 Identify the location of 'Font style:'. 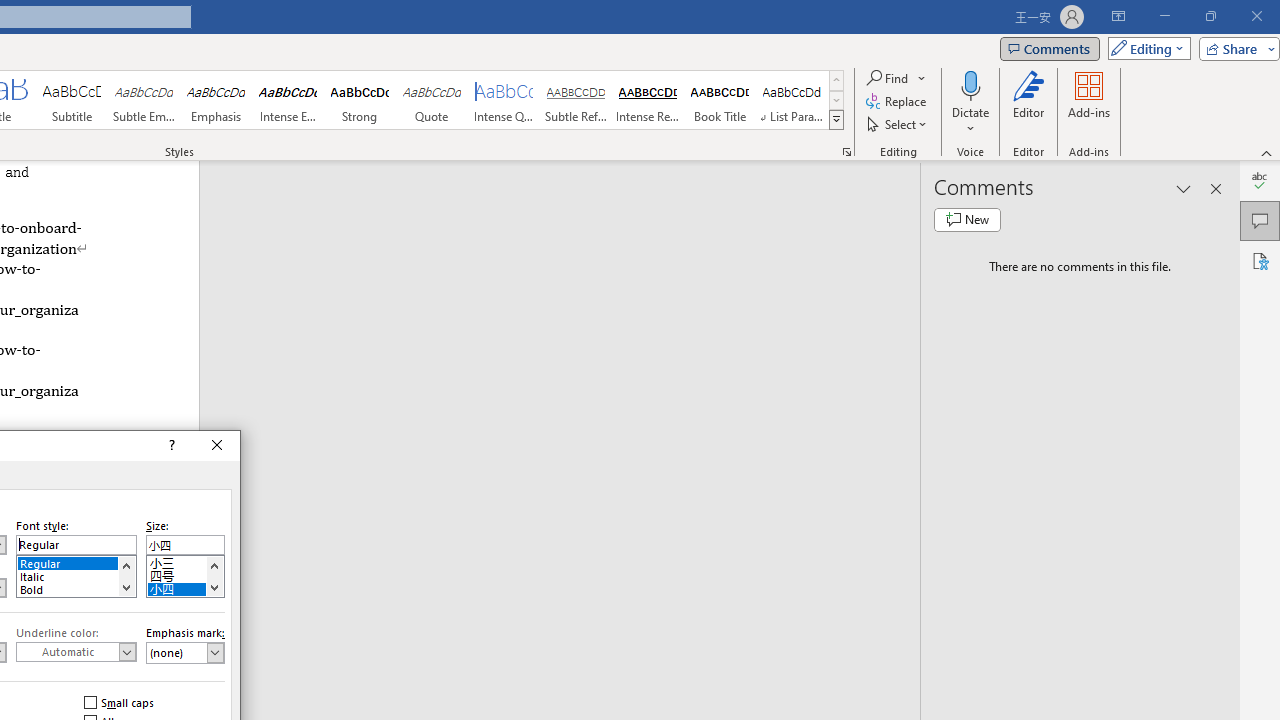
(76, 545).